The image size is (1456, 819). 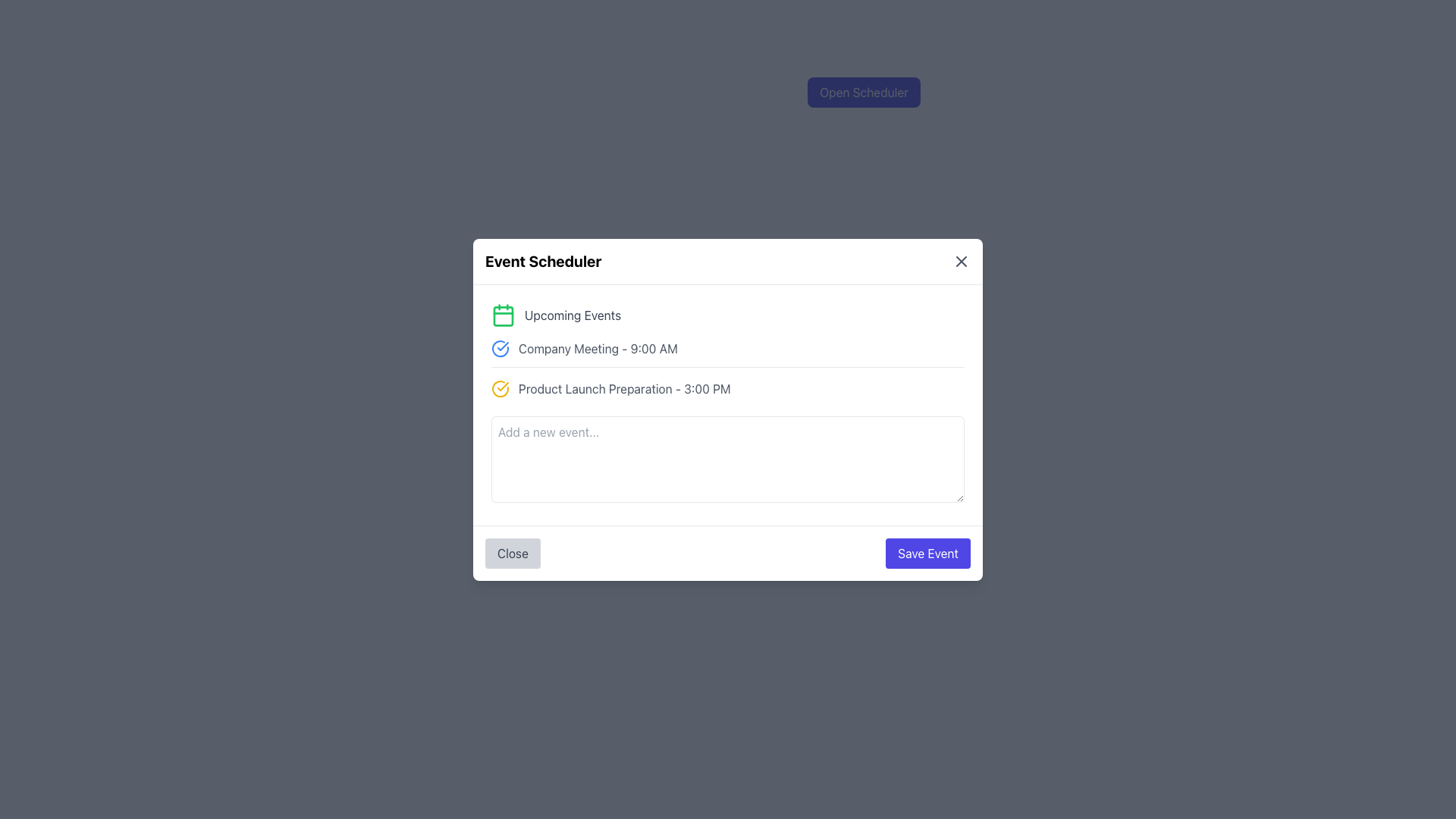 I want to click on the 'Save' button located at the bottom-right corner of the 'Event Scheduler' modal, so click(x=927, y=553).